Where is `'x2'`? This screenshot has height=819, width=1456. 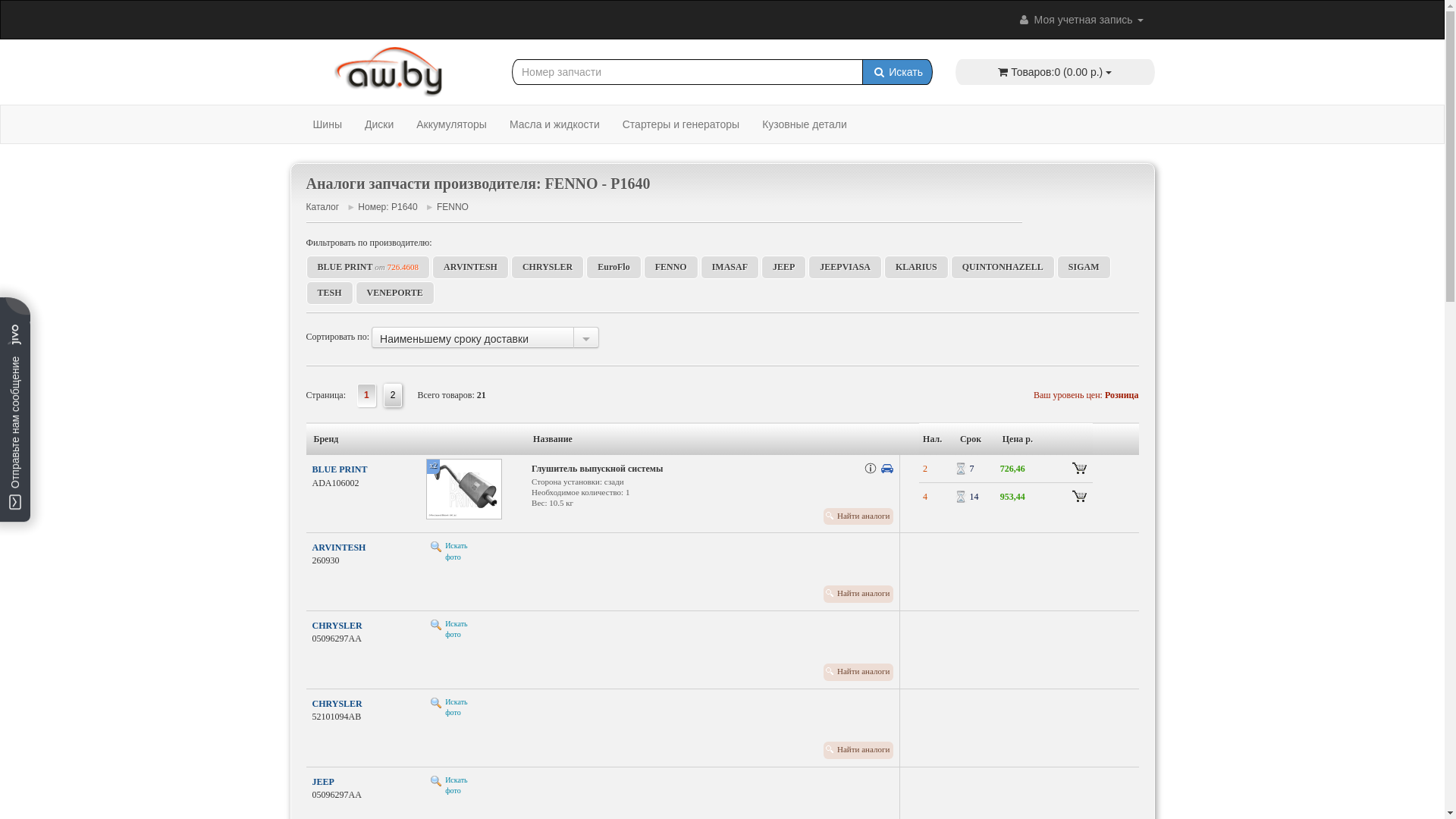
'x2' is located at coordinates (473, 488).